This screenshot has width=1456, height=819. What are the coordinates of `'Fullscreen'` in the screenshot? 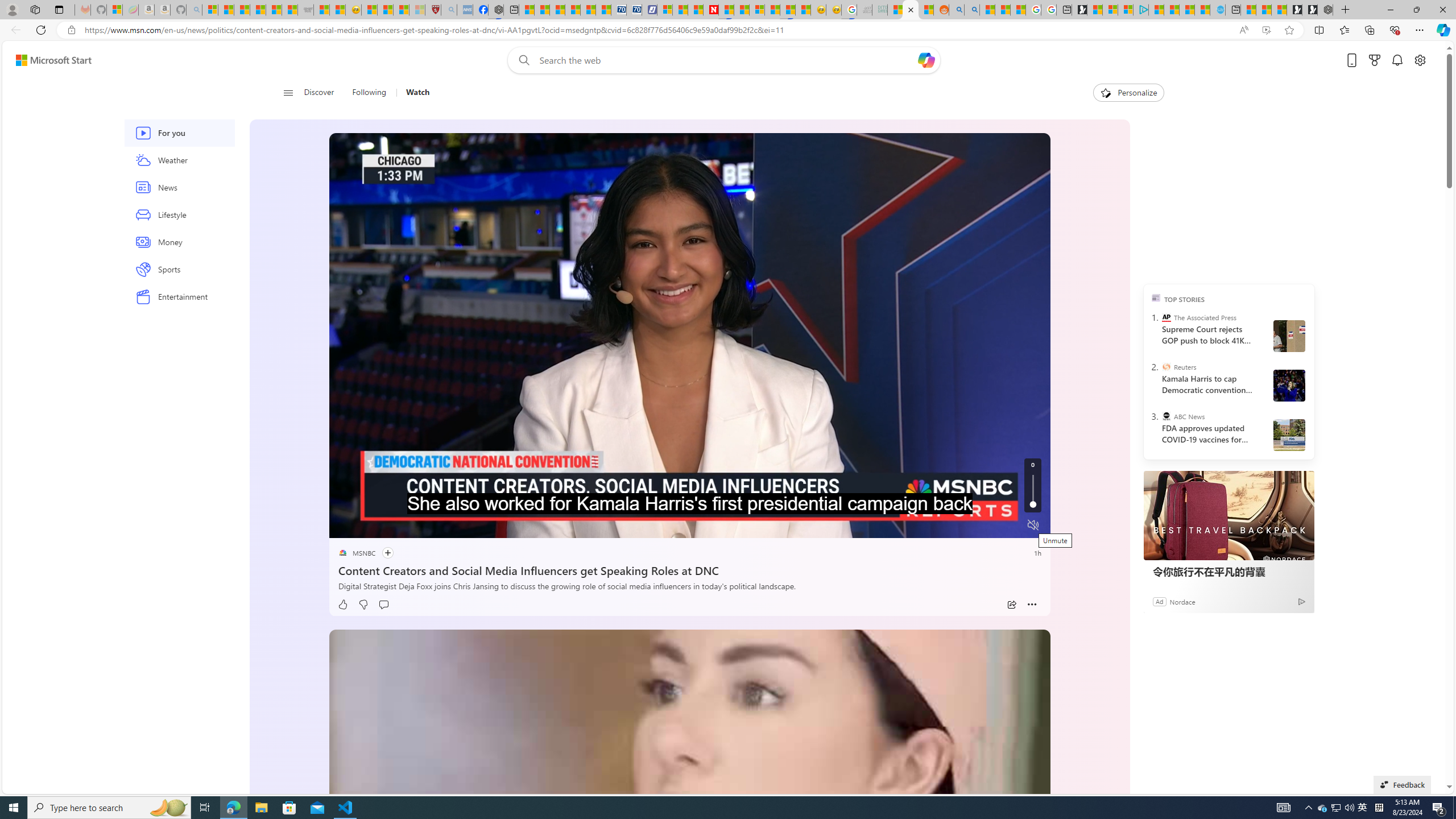 It's located at (1011, 525).